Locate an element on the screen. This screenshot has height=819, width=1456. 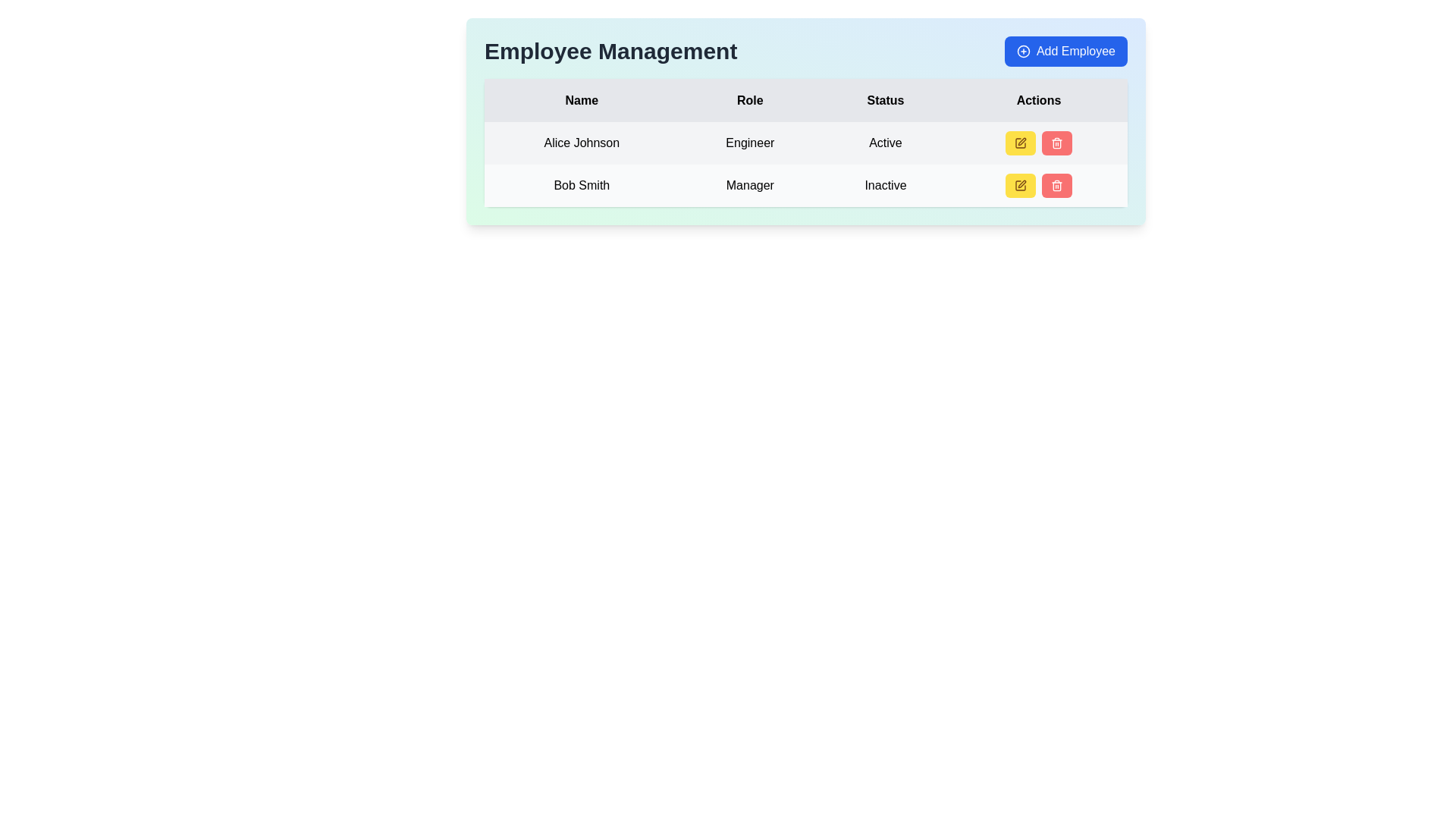
the rectangular red button featuring a trash can icon, located in the 'Actions' column of the second row in the table is located at coordinates (1056, 185).